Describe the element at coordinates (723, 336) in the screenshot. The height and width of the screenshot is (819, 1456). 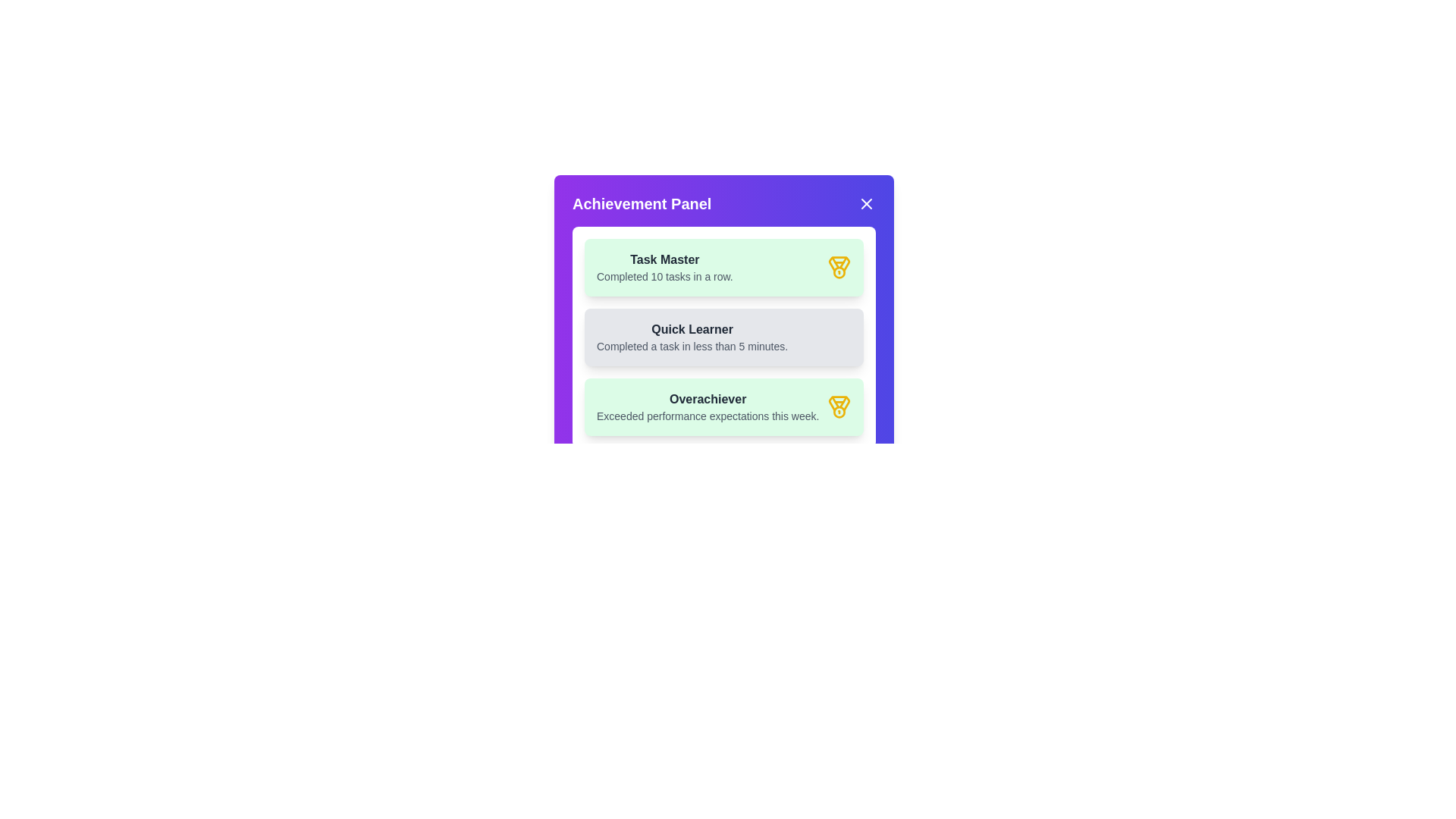
I see `text content of the 'Quick Learner' information card, which has a light gray background and contains the title 'Quick Learner' and description 'Completed a task in less than 5 minutes.'` at that location.